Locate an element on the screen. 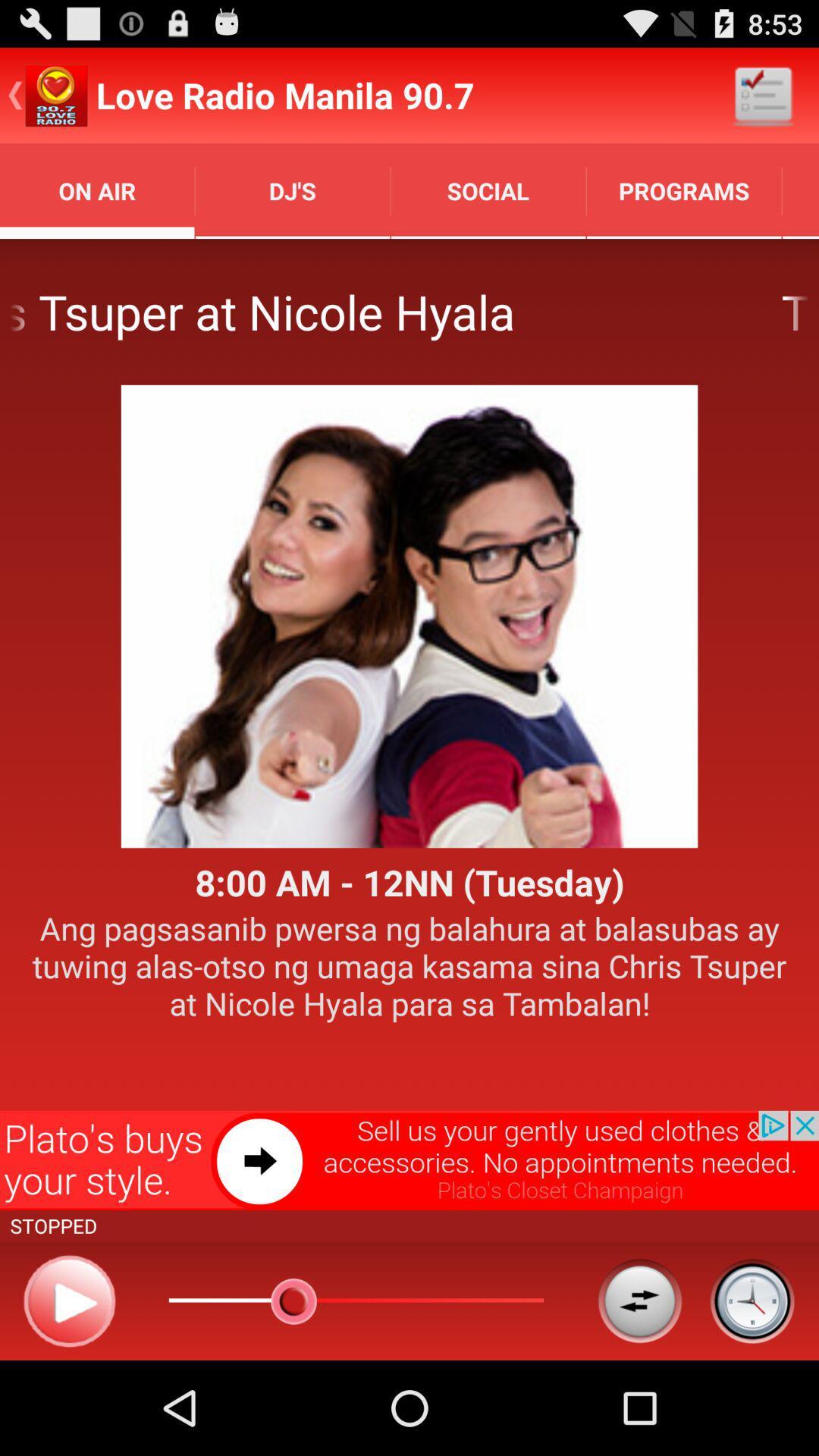 This screenshot has height=1456, width=819. audio duration is located at coordinates (752, 1300).